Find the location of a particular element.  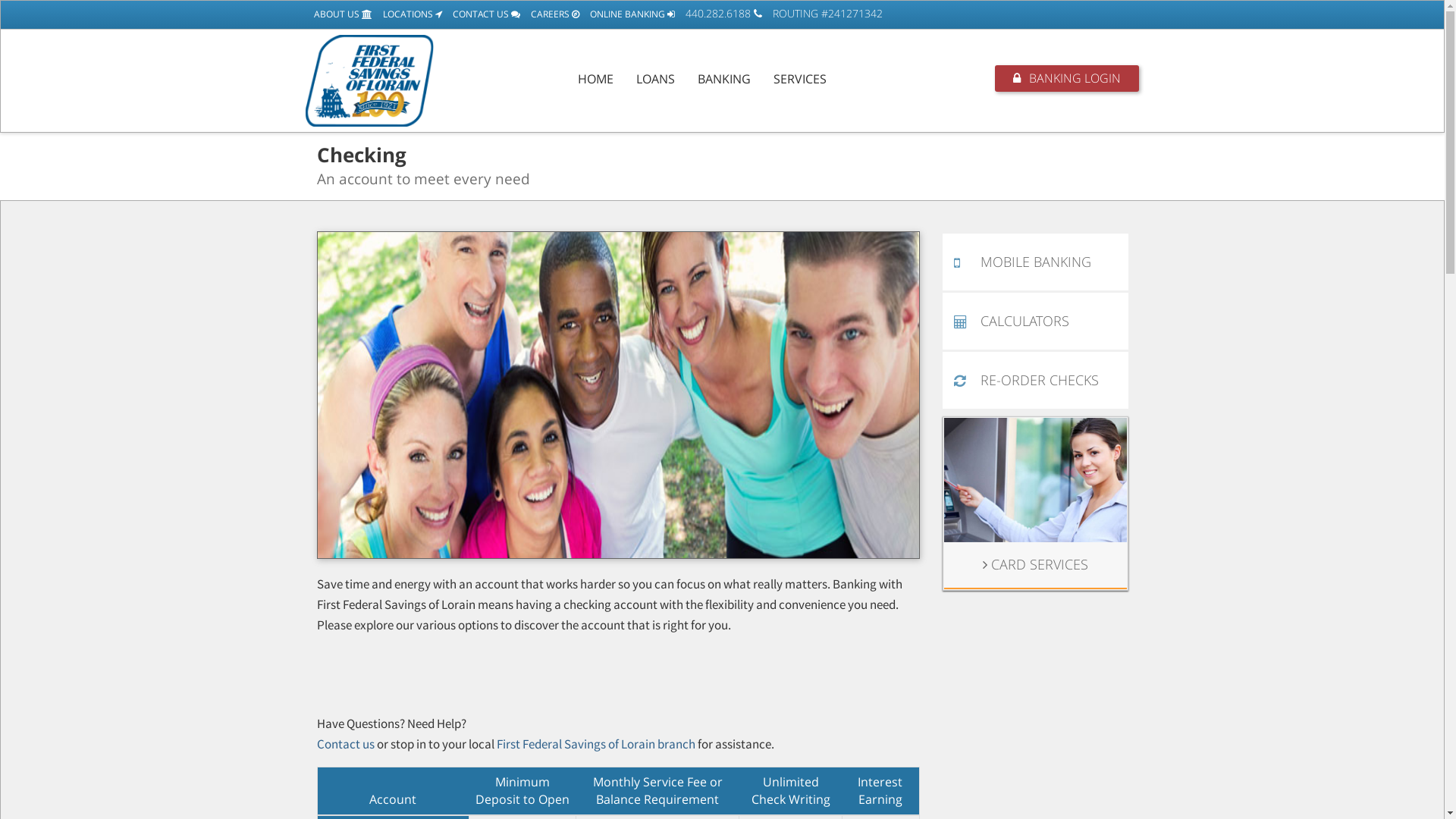

'LOCATIONS' is located at coordinates (408, 14).